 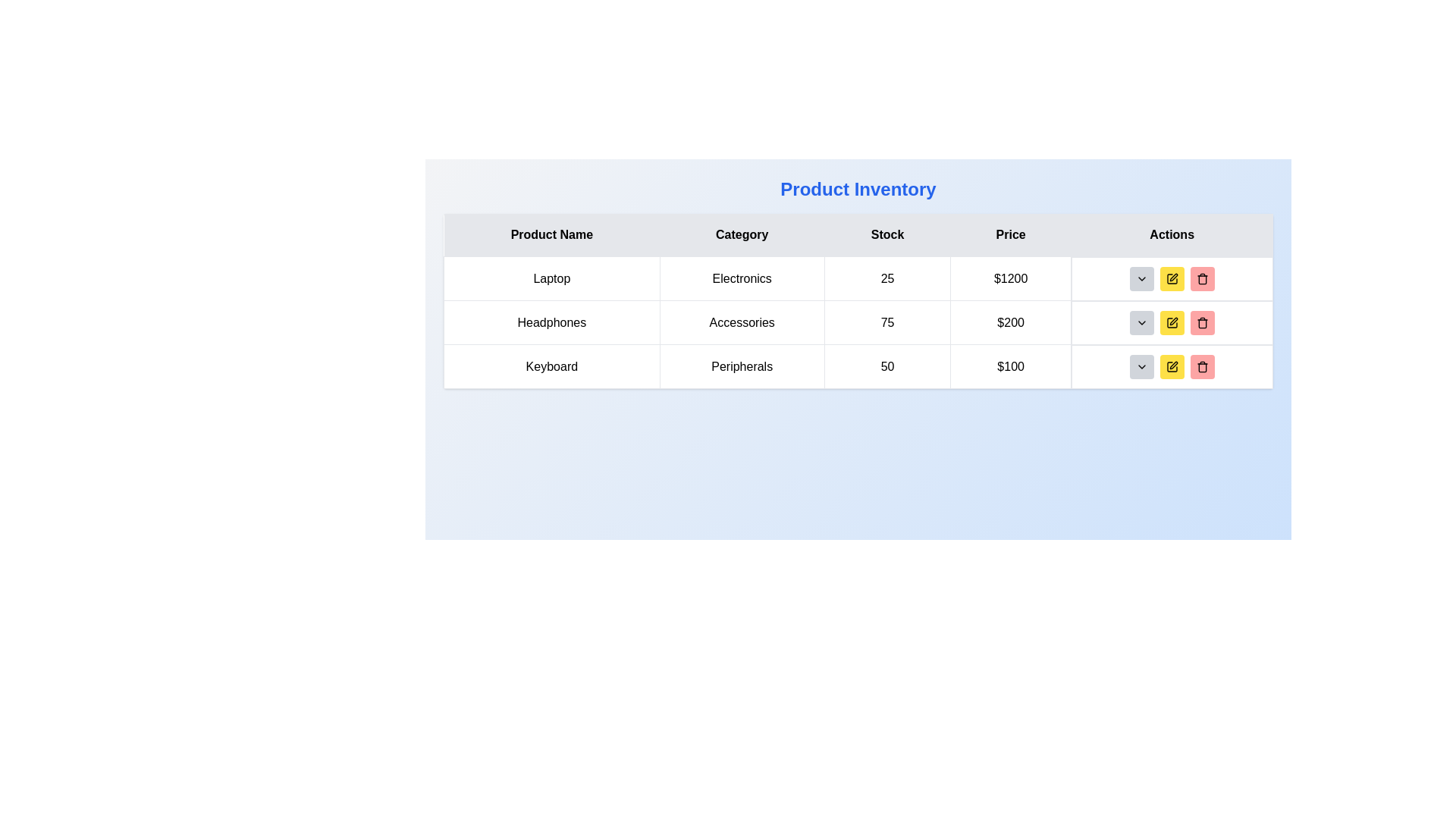 What do you see at coordinates (887, 278) in the screenshot?
I see `the static text field displaying the stock quantity of the 'Laptop' item in the inventory table, located in the 'Stock' column of the table within the 'Laptop' row` at bounding box center [887, 278].